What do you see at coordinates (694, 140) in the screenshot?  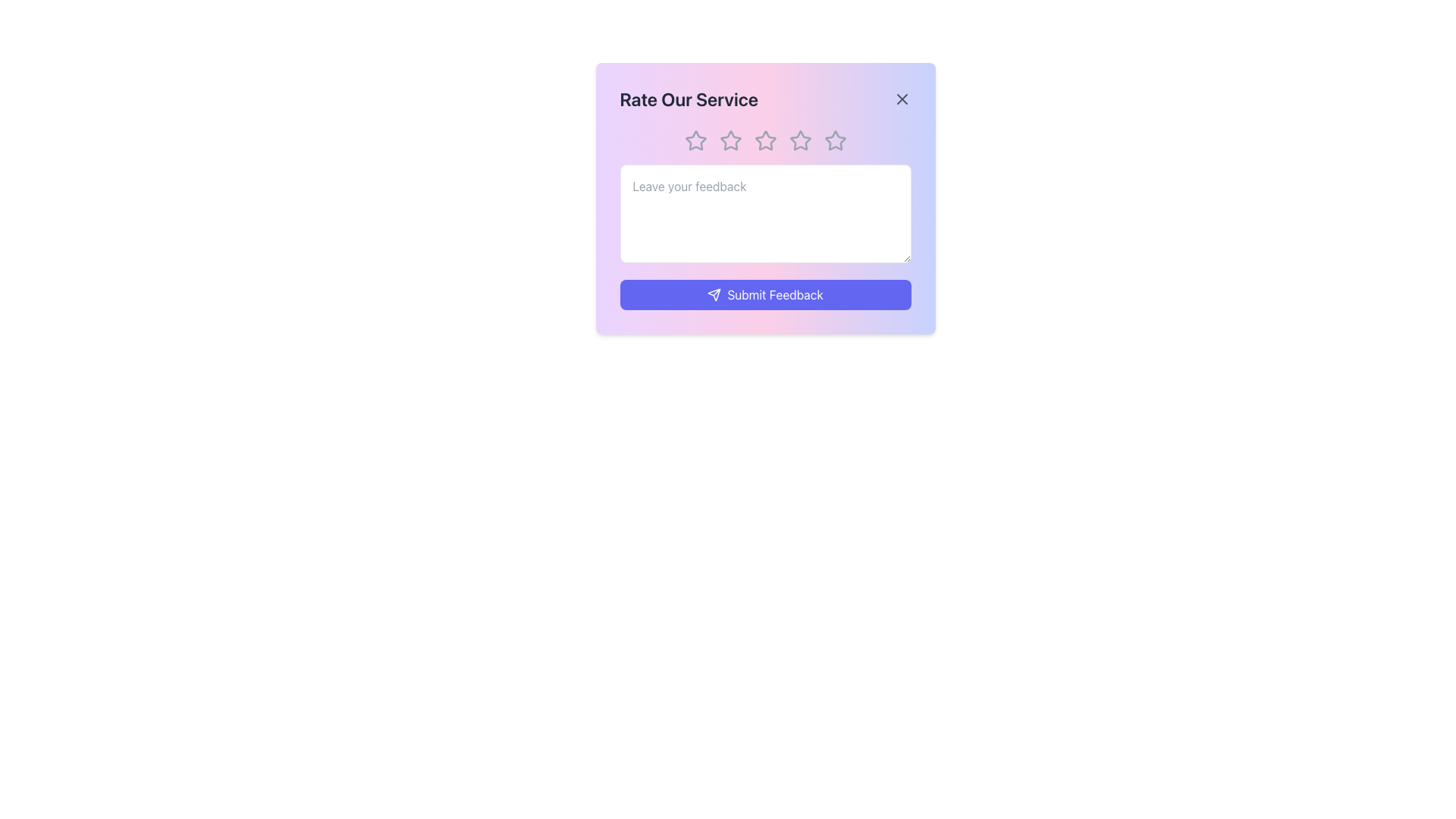 I see `the first star icon in the 'Rate Our Service' card` at bounding box center [694, 140].